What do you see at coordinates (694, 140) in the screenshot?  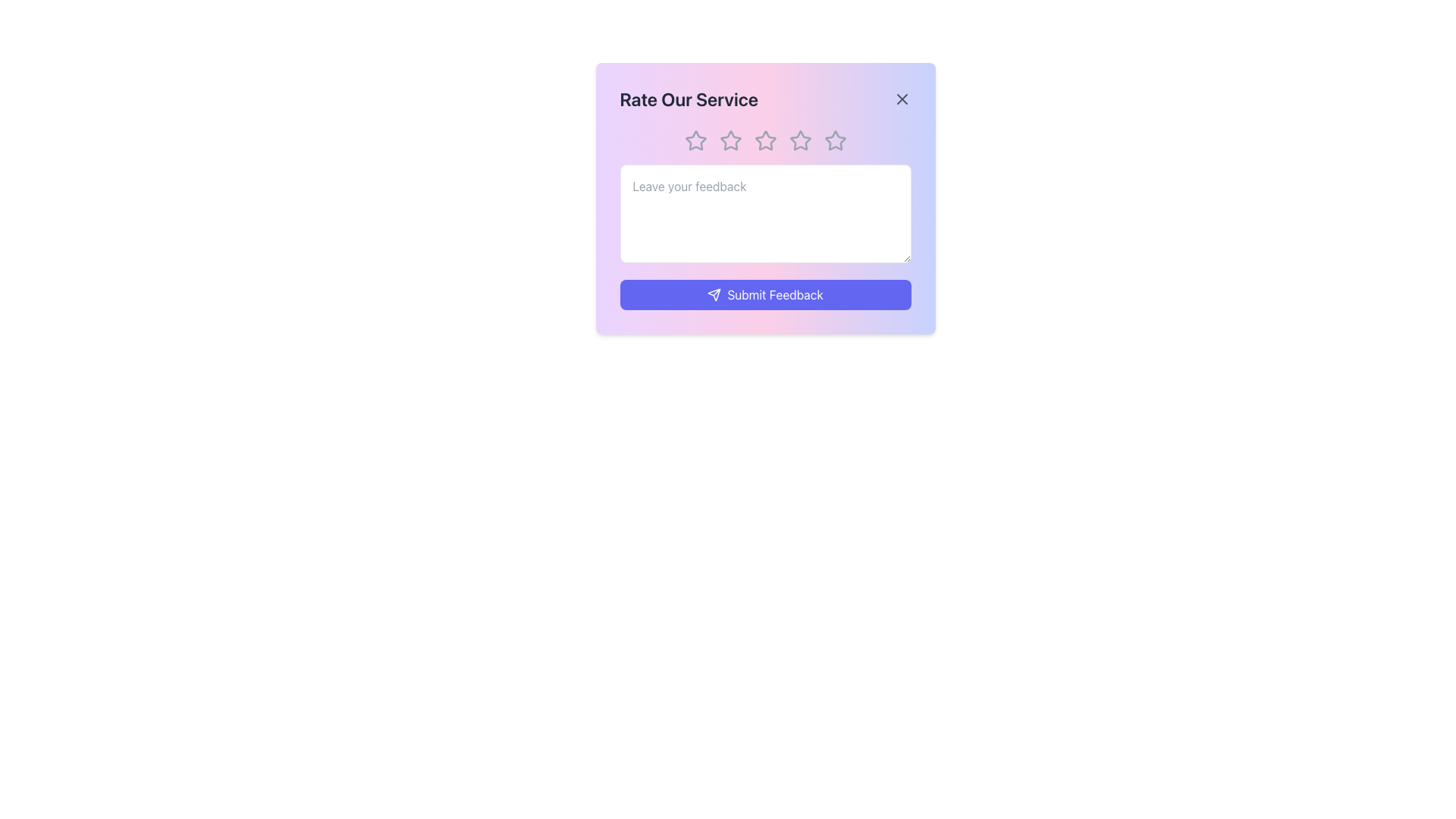 I see `the first star icon in the 'Rate Our Service' card` at bounding box center [694, 140].